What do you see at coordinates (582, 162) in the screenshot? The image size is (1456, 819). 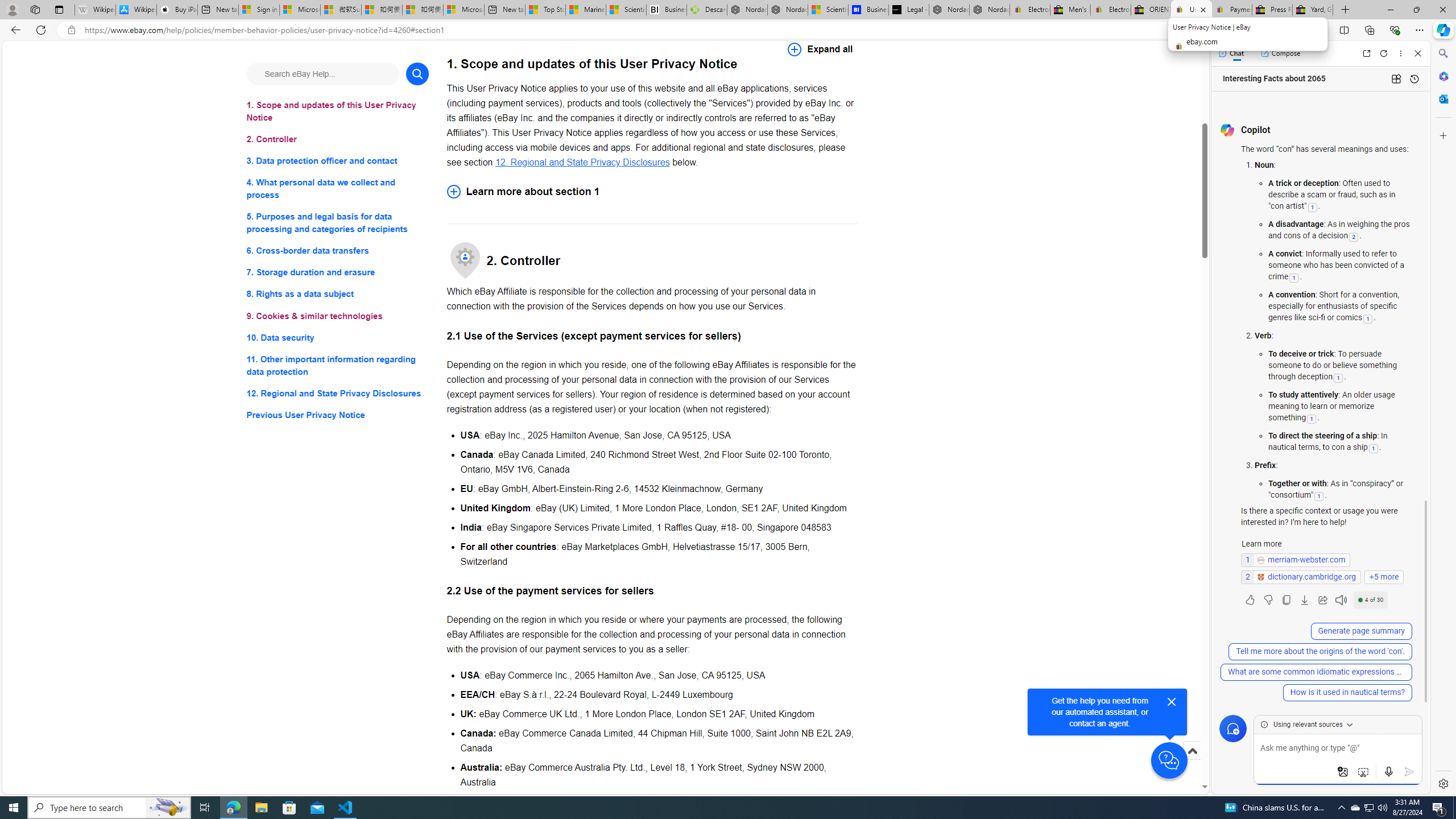 I see `'12. Regional and State Privacy Disclosures'` at bounding box center [582, 162].